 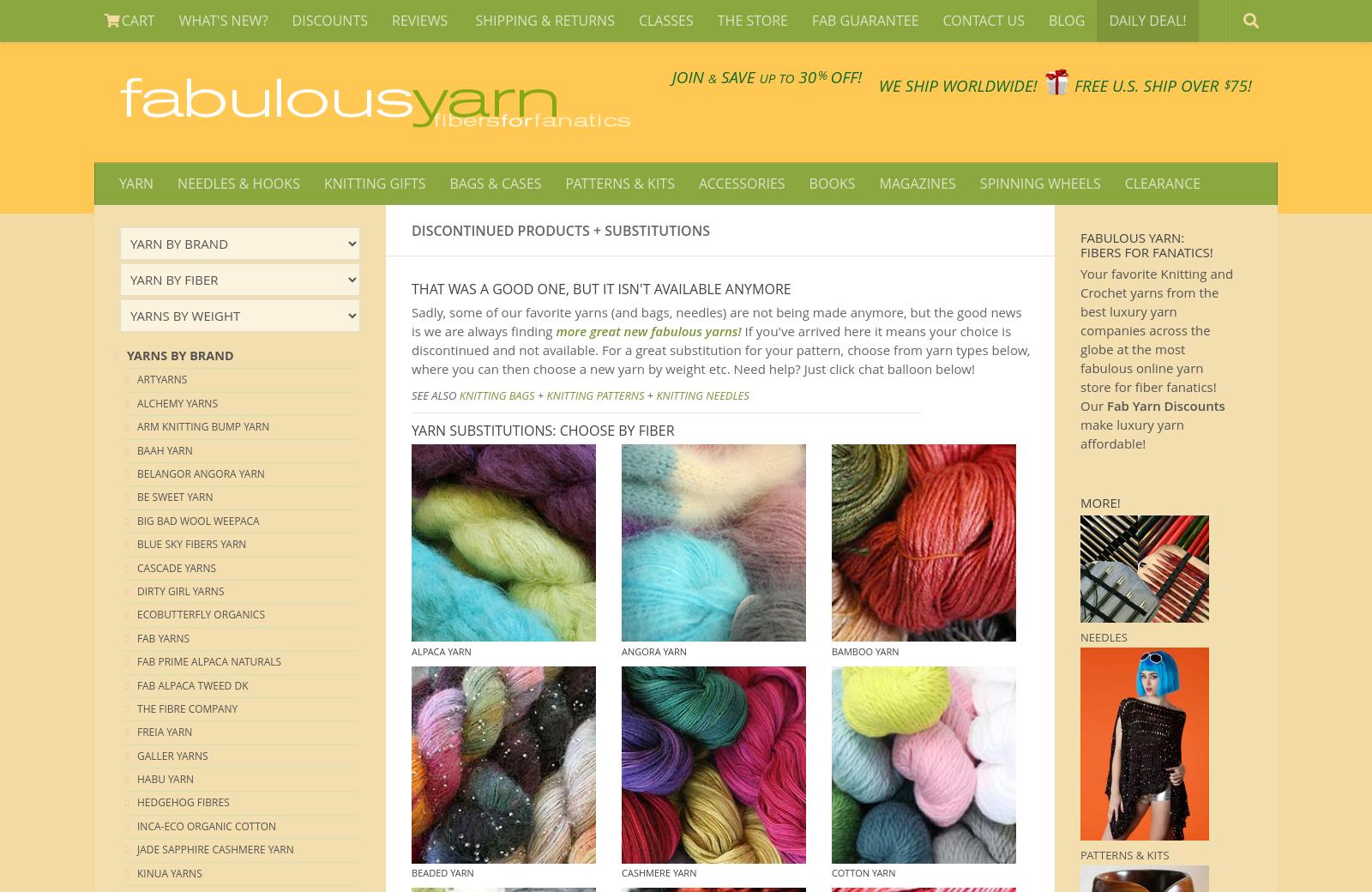 I want to click on 'MAGAZINES', so click(x=917, y=184).